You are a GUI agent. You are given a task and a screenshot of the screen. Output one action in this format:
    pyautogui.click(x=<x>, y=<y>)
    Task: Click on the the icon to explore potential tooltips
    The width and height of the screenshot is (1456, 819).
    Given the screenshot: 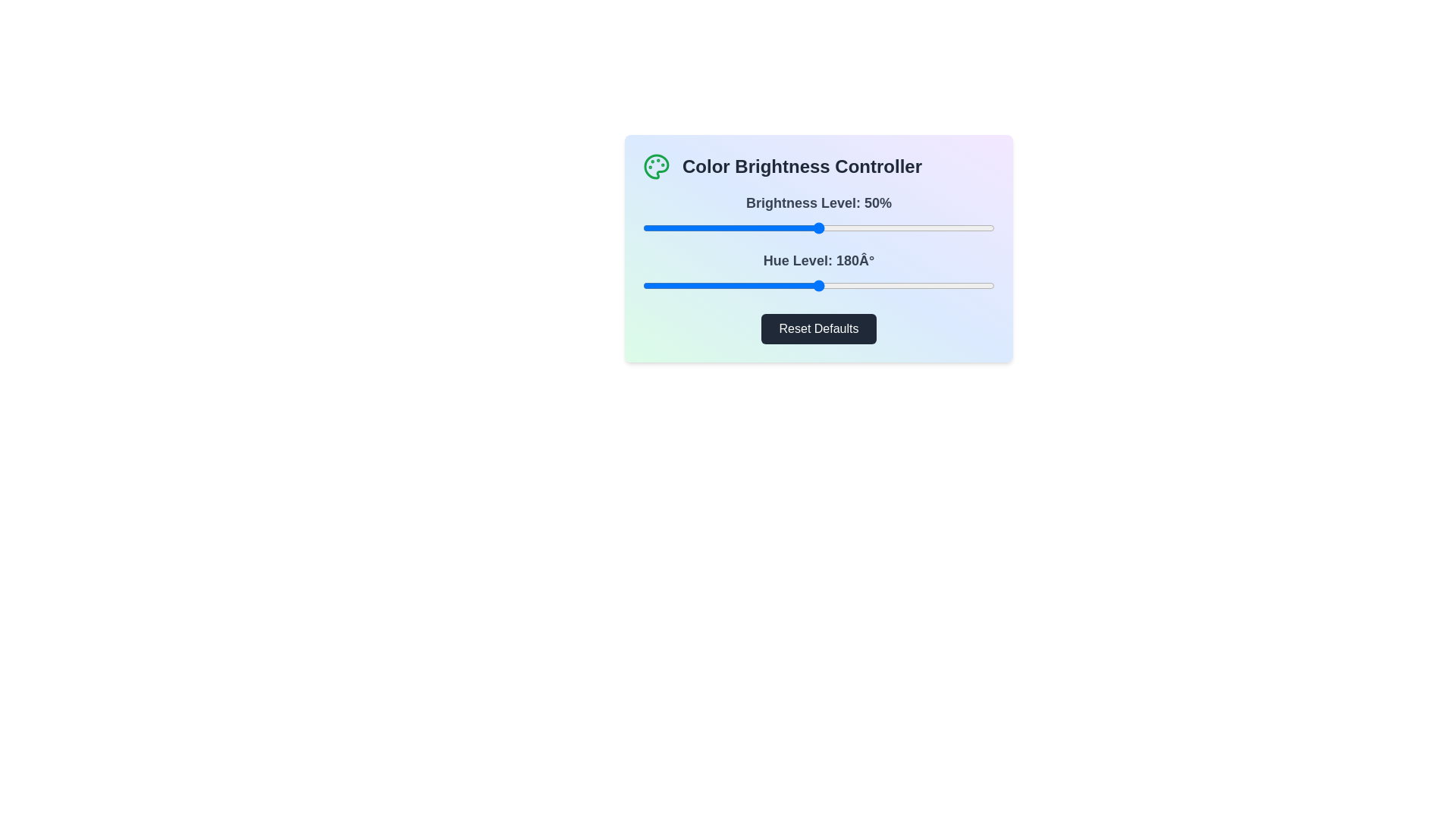 What is the action you would take?
    pyautogui.click(x=656, y=166)
    